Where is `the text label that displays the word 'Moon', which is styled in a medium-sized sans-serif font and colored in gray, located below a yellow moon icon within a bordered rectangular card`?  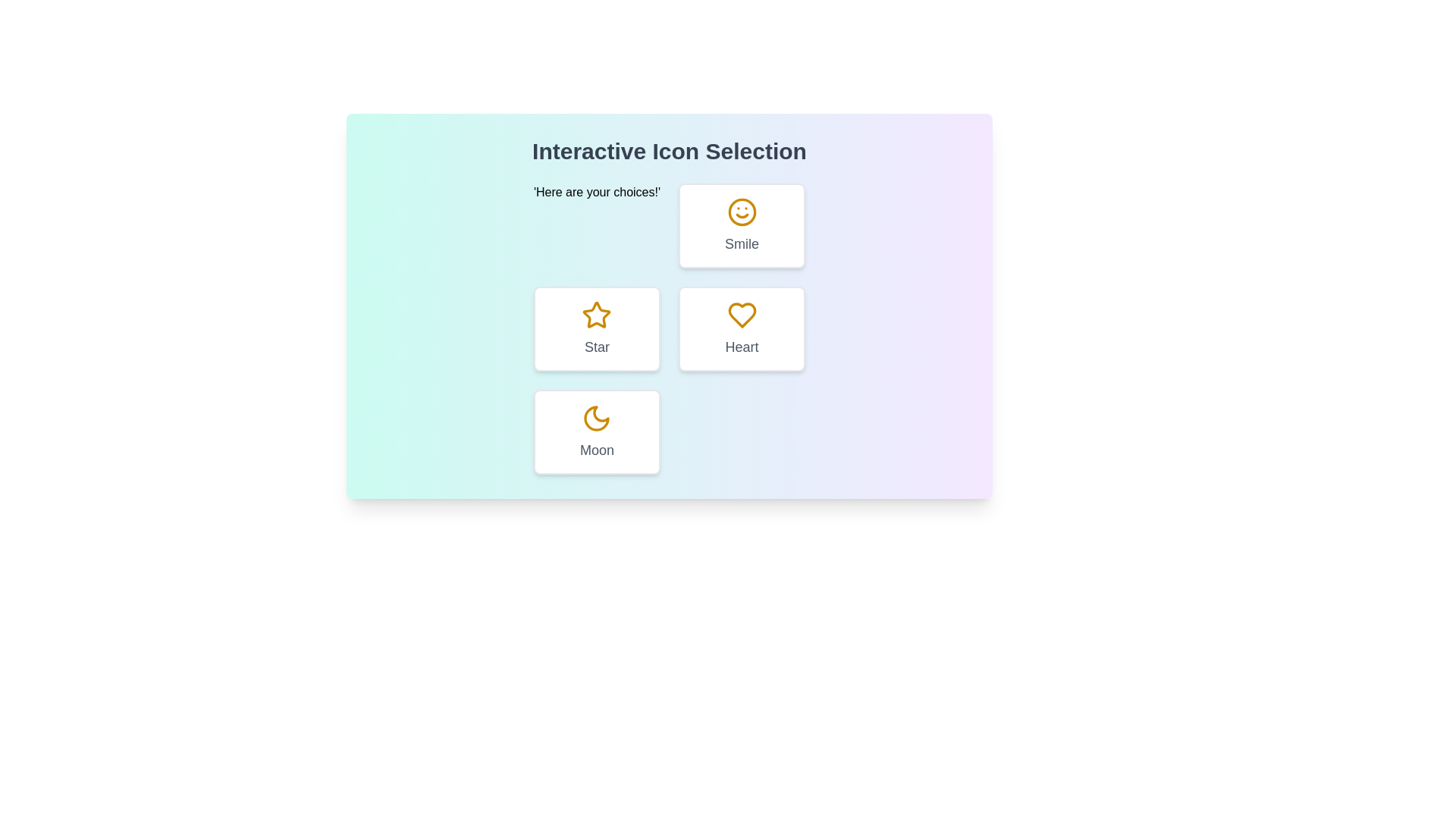 the text label that displays the word 'Moon', which is styled in a medium-sized sans-serif font and colored in gray, located below a yellow moon icon within a bordered rectangular card is located at coordinates (596, 450).